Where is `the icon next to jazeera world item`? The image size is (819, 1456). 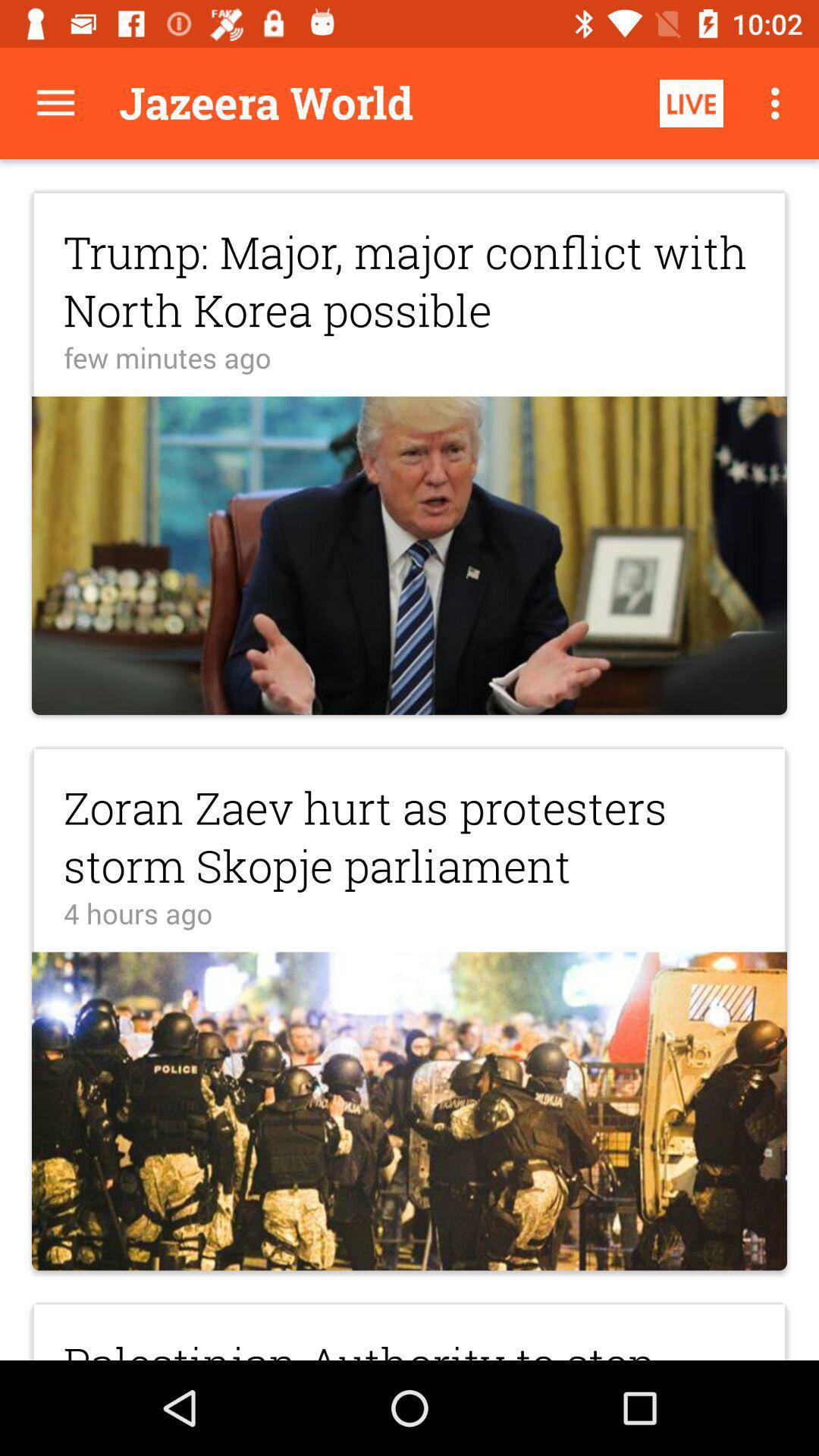
the icon next to jazeera world item is located at coordinates (691, 102).